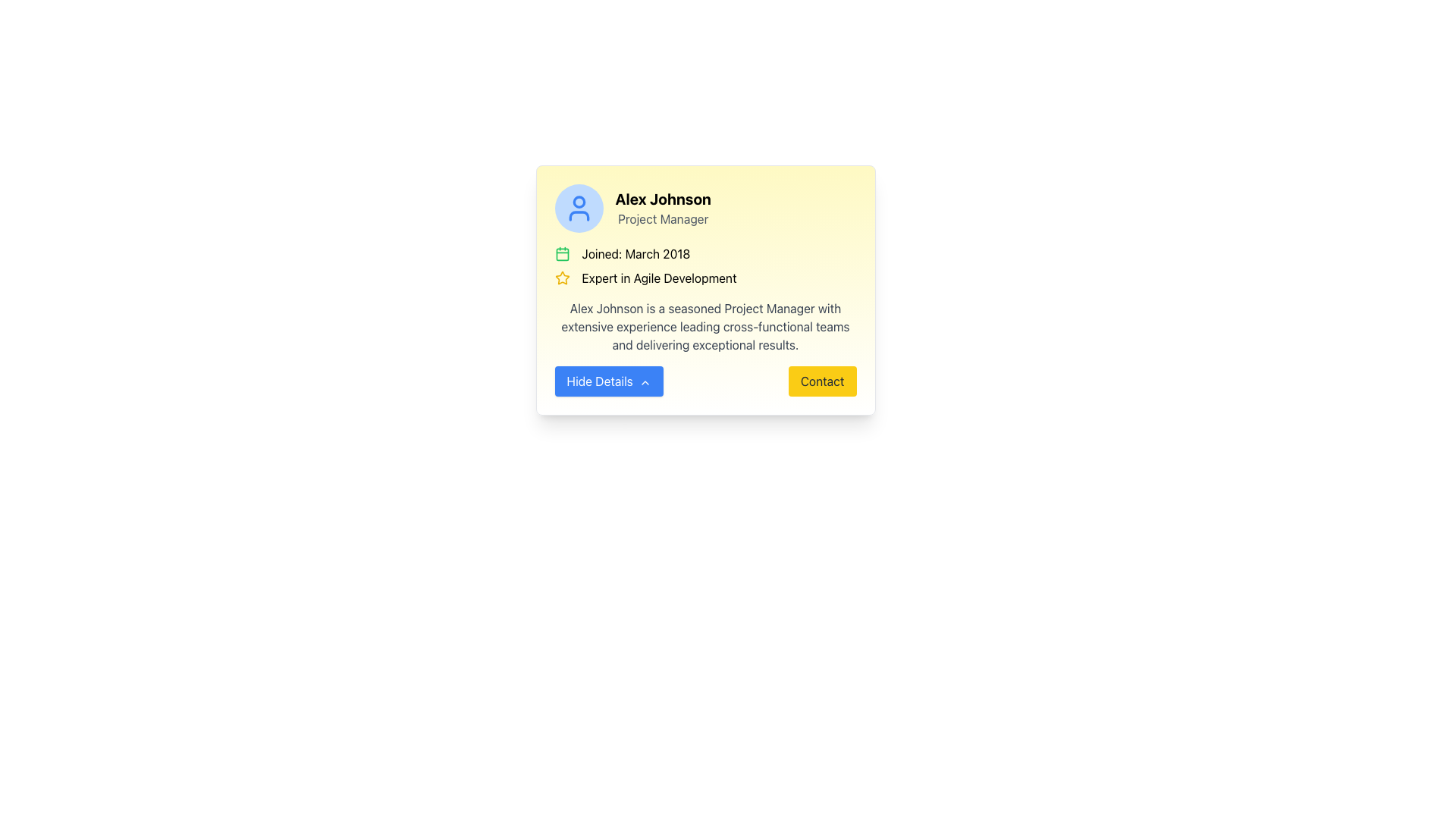  Describe the element at coordinates (645, 381) in the screenshot. I see `the upward-facing chevron arrow icon located to the right of the 'Hide Details' button text to hide details` at that location.